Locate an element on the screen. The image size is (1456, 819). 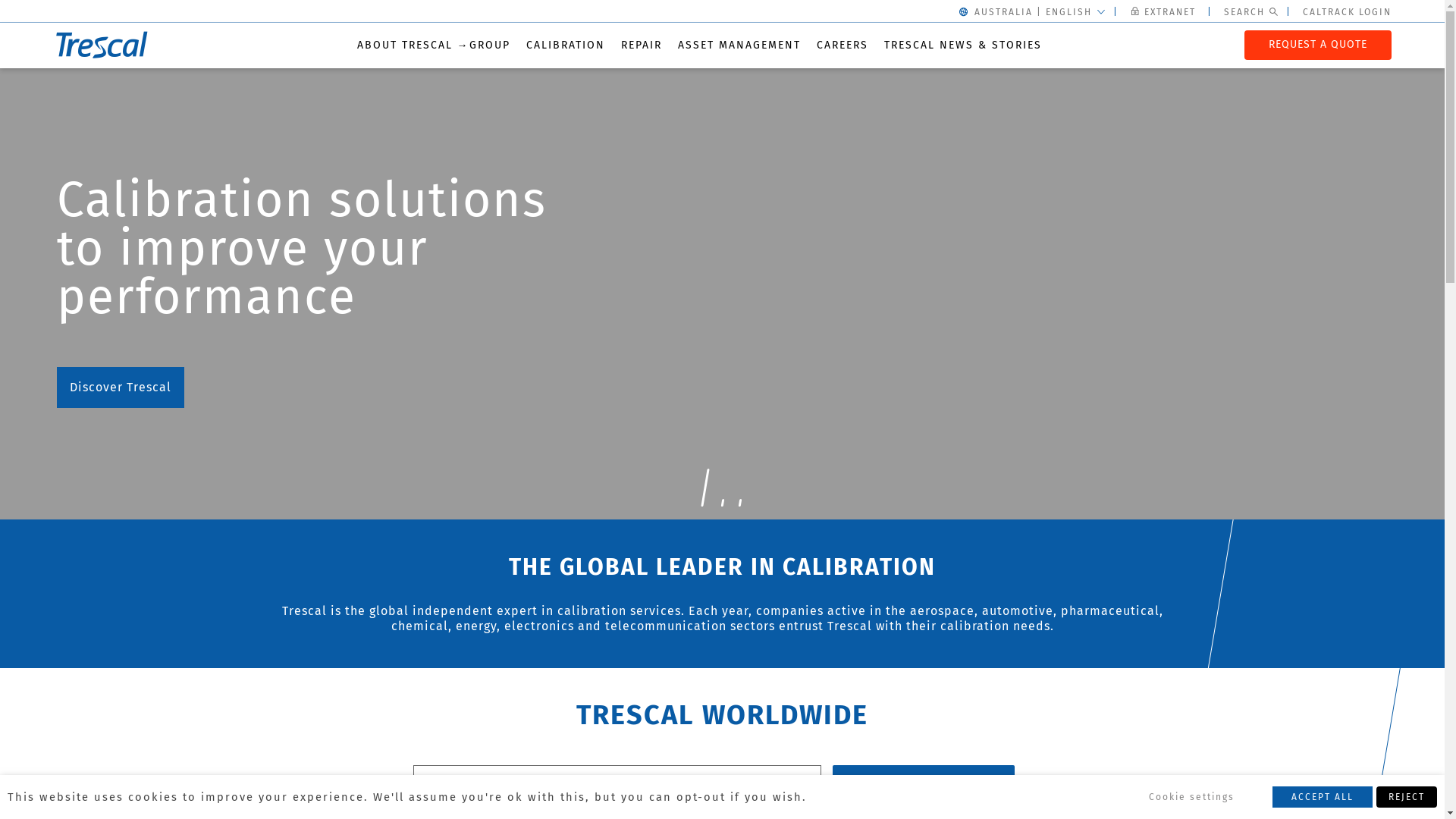
'SEARCH' is located at coordinates (832, 780).